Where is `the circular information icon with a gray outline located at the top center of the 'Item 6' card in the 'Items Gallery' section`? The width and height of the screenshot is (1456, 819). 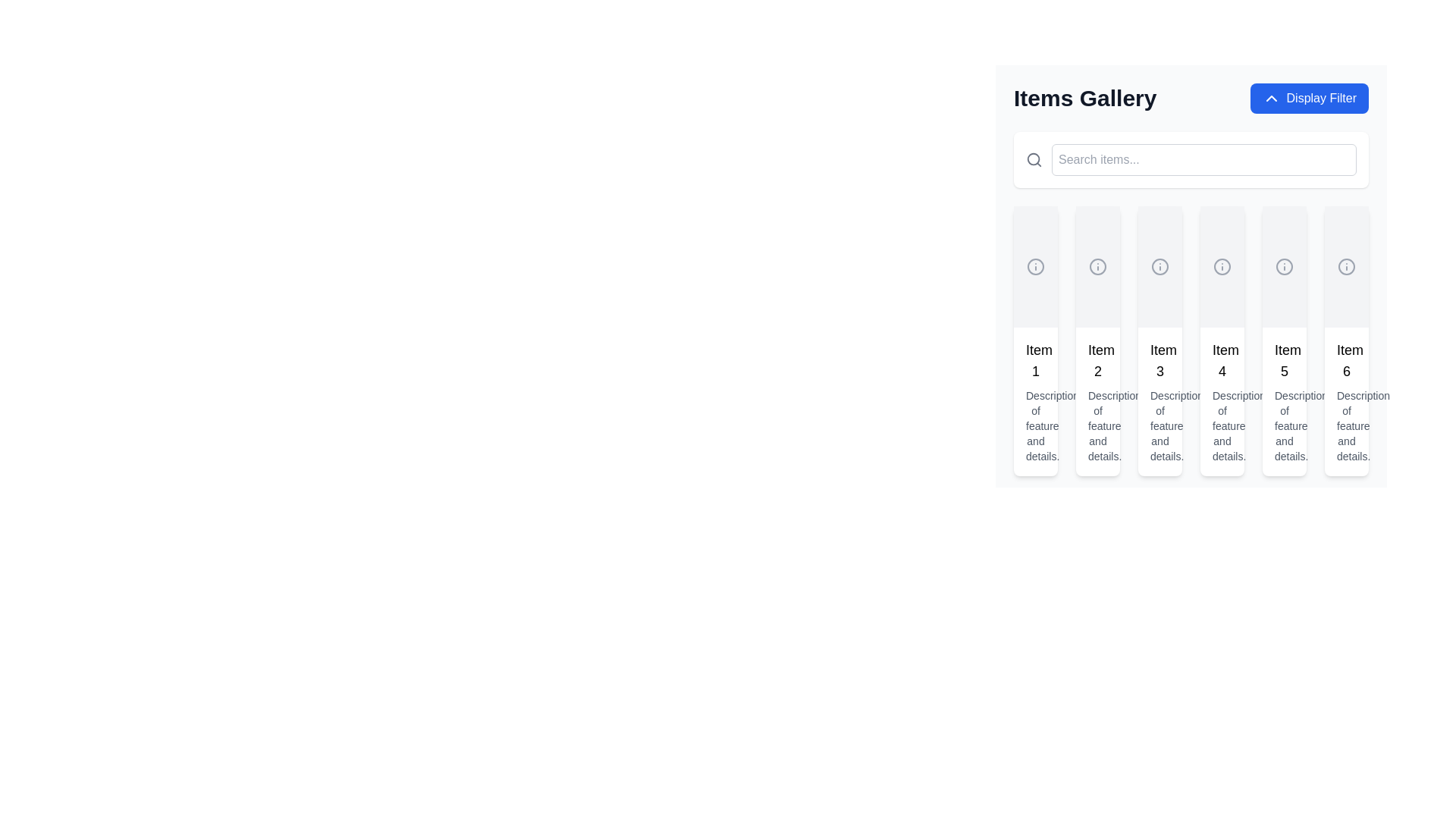 the circular information icon with a gray outline located at the top center of the 'Item 6' card in the 'Items Gallery' section is located at coordinates (1347, 265).